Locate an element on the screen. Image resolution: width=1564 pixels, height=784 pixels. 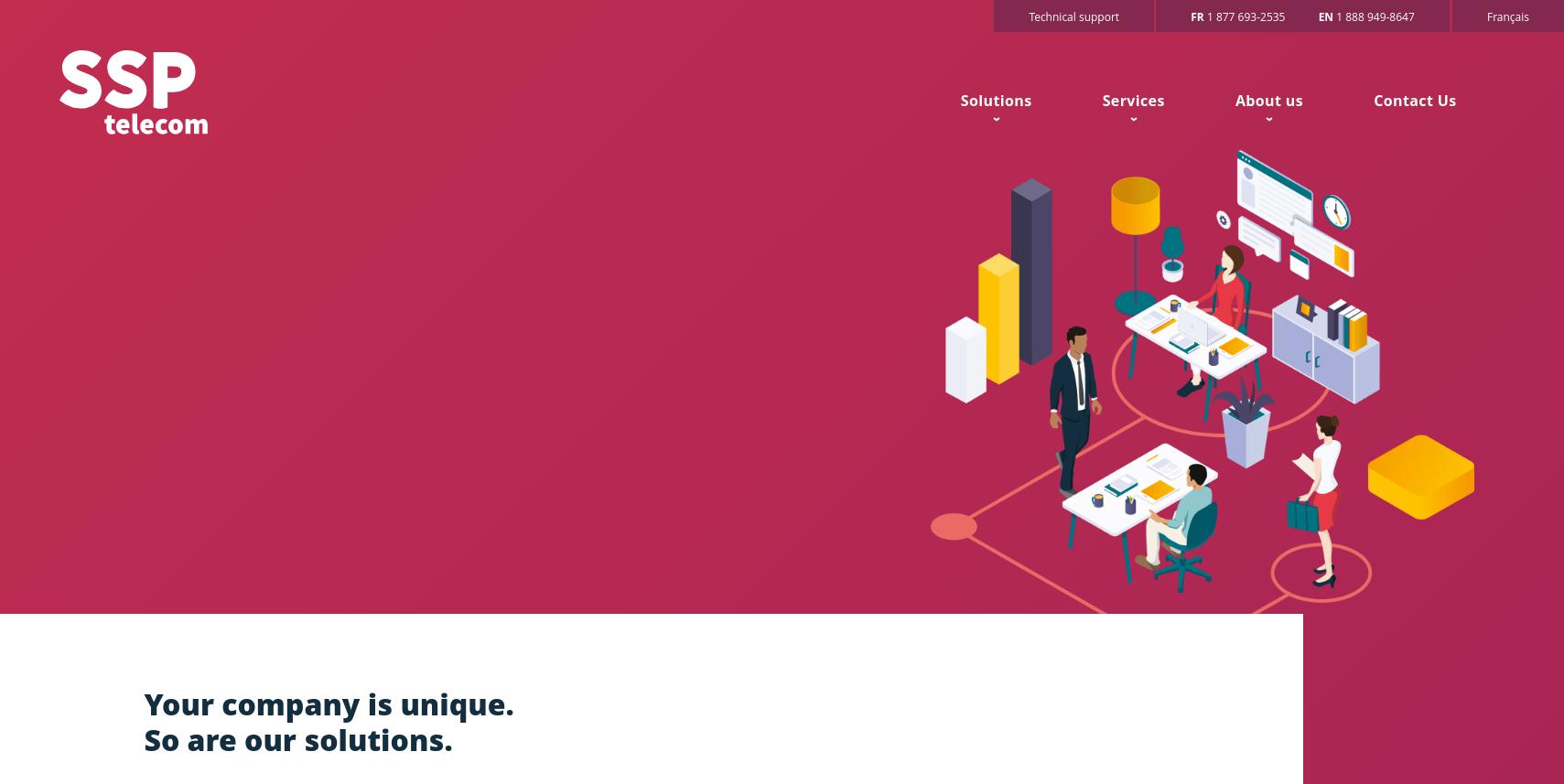
'SME' is located at coordinates (1006, 166).